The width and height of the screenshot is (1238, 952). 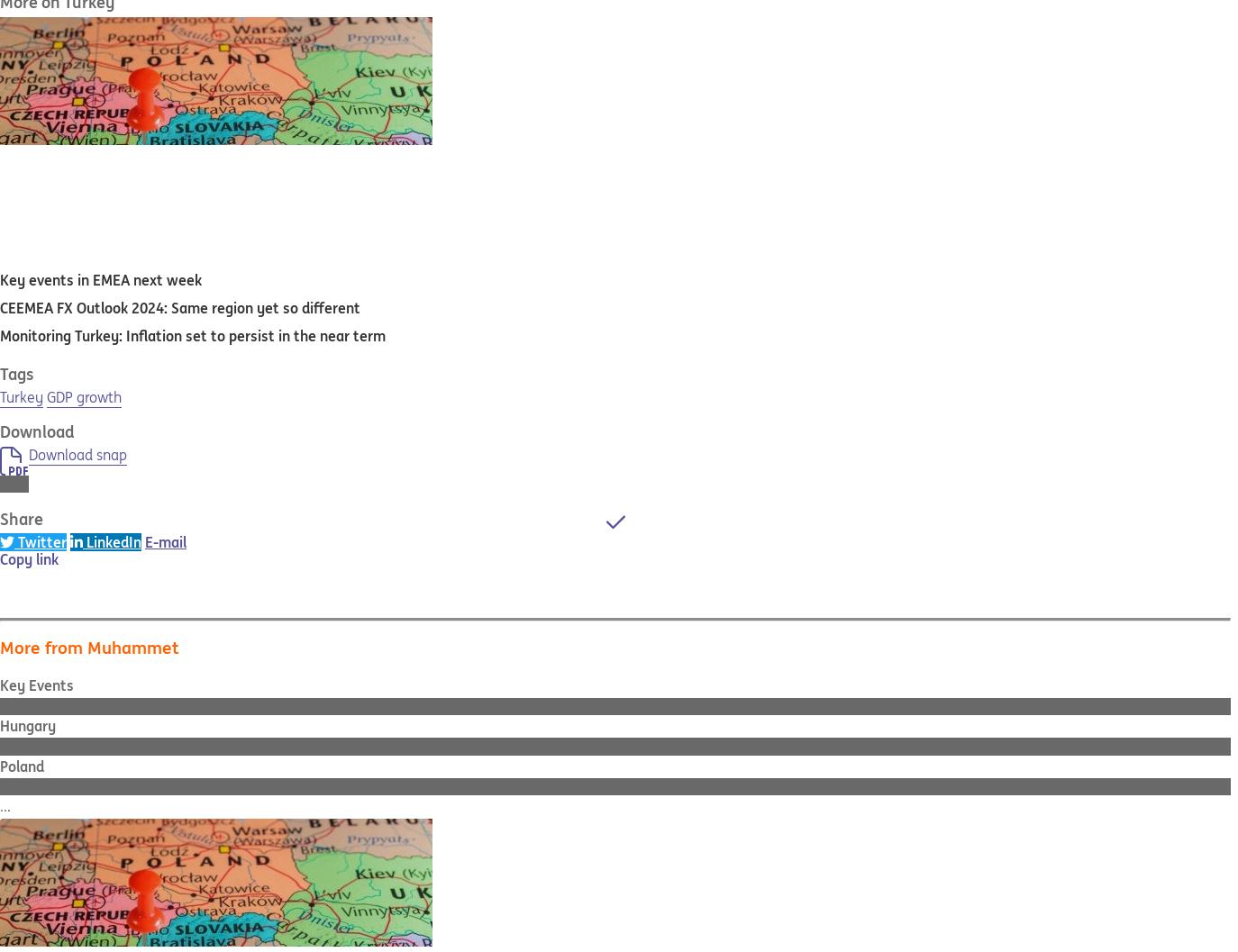 What do you see at coordinates (5, 804) in the screenshot?
I see `'...'` at bounding box center [5, 804].